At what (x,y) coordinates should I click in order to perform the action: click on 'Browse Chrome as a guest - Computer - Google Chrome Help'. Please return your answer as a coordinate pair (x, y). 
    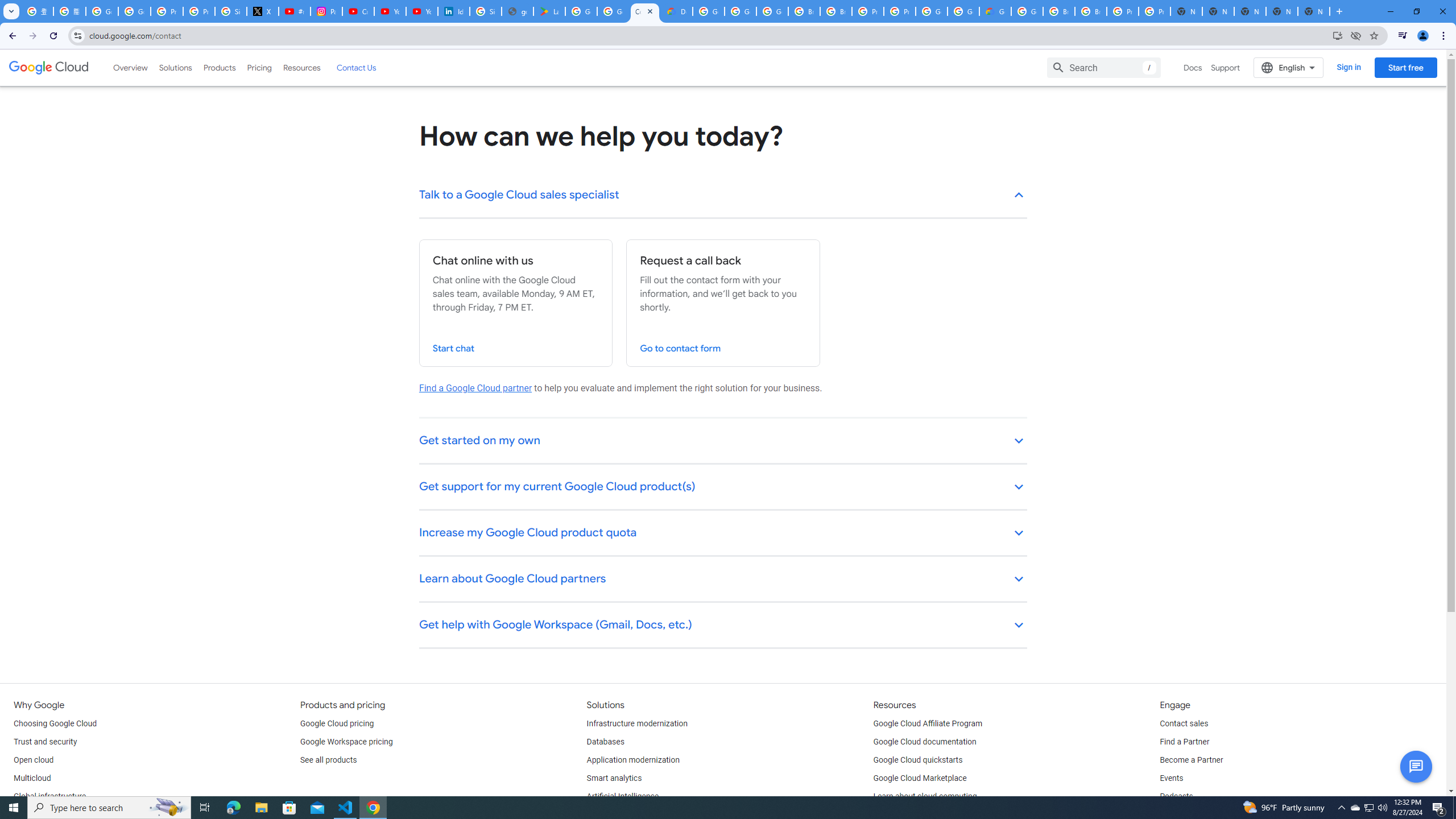
    Looking at the image, I should click on (804, 11).